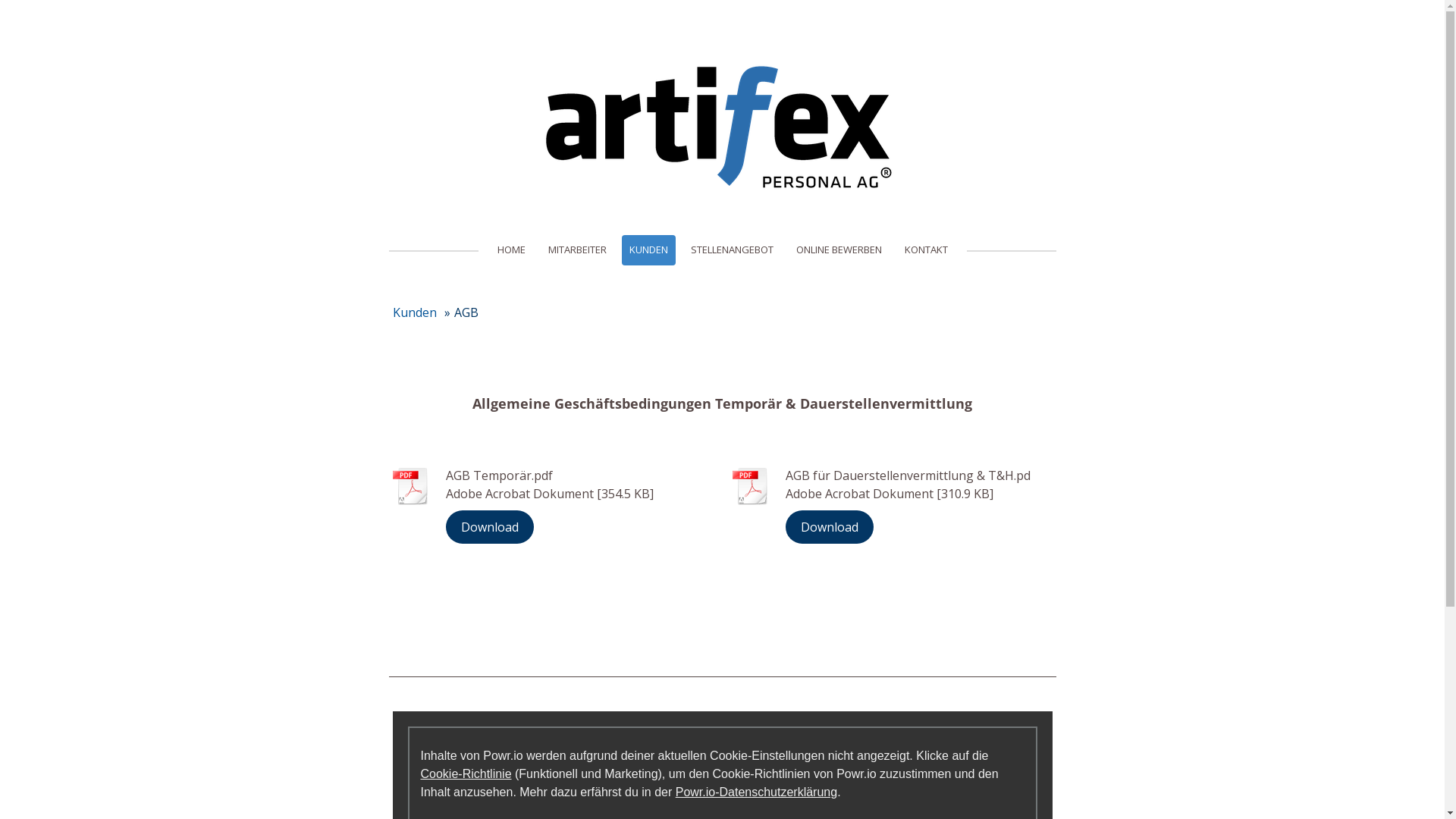  What do you see at coordinates (731, 249) in the screenshot?
I see `'STELLENANGEBOT'` at bounding box center [731, 249].